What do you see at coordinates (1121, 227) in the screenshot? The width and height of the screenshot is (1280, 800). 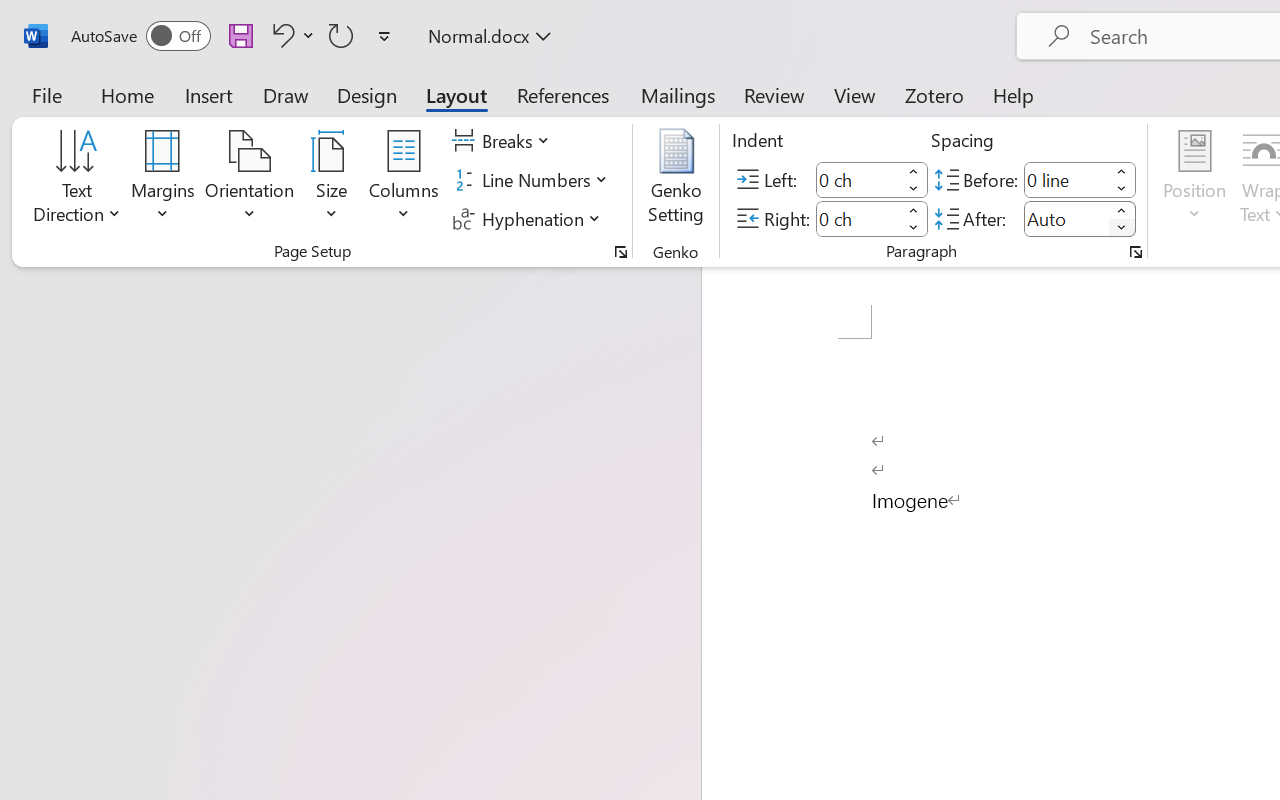 I see `'Less'` at bounding box center [1121, 227].